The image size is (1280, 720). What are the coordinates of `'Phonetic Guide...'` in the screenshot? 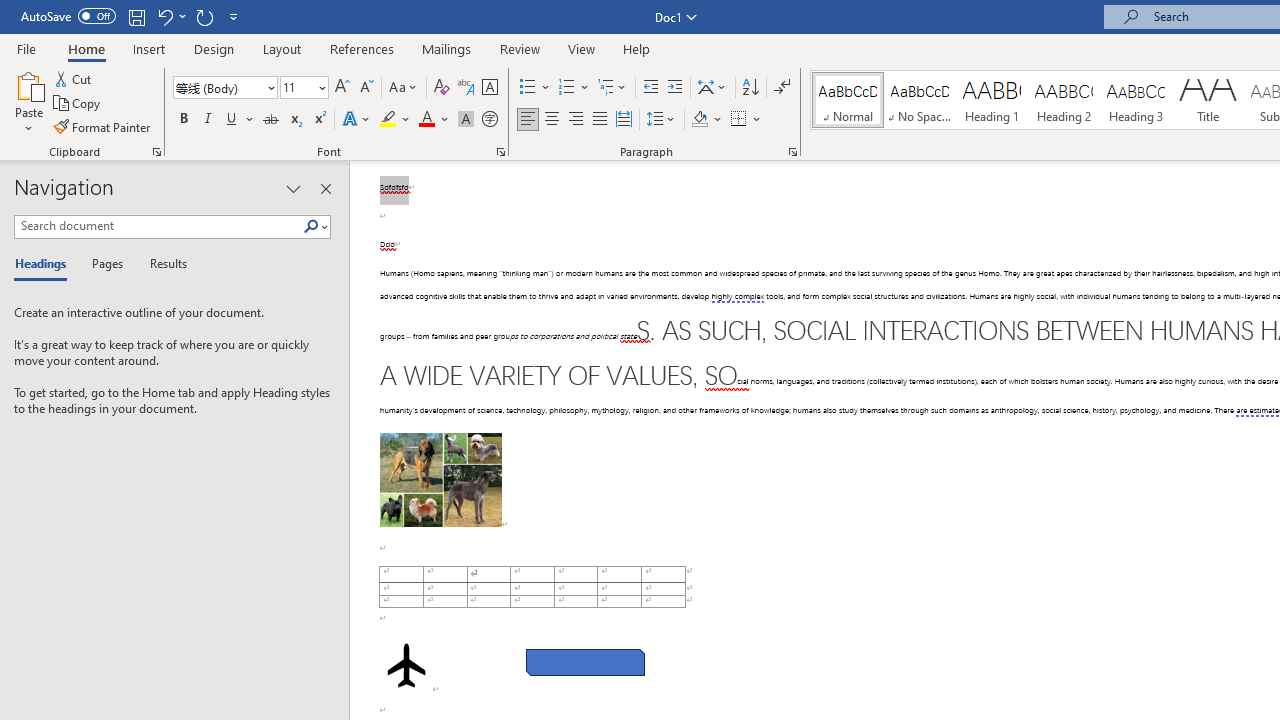 It's located at (464, 86).